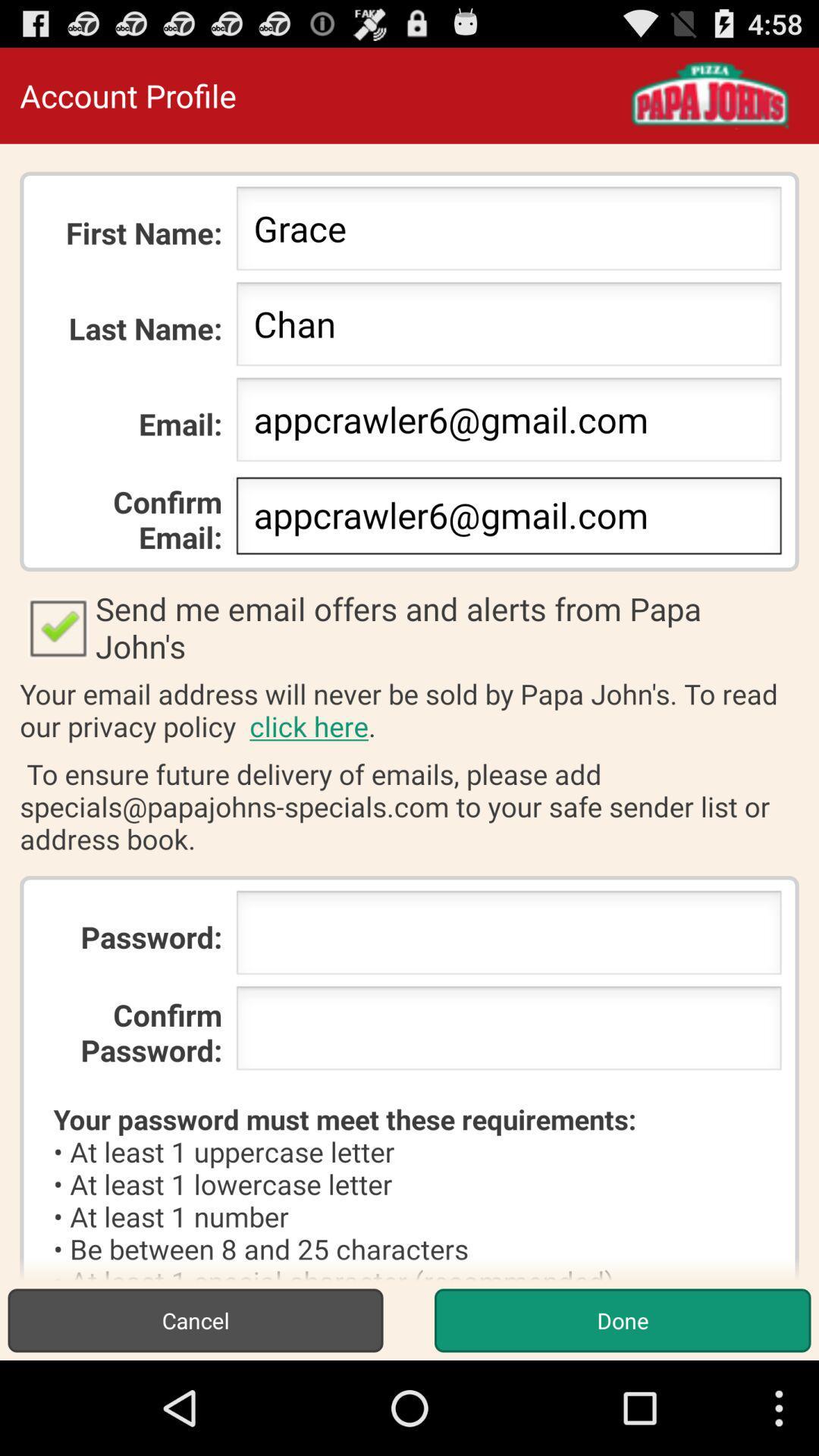 Image resolution: width=819 pixels, height=1456 pixels. I want to click on app above the your email address item, so click(409, 627).